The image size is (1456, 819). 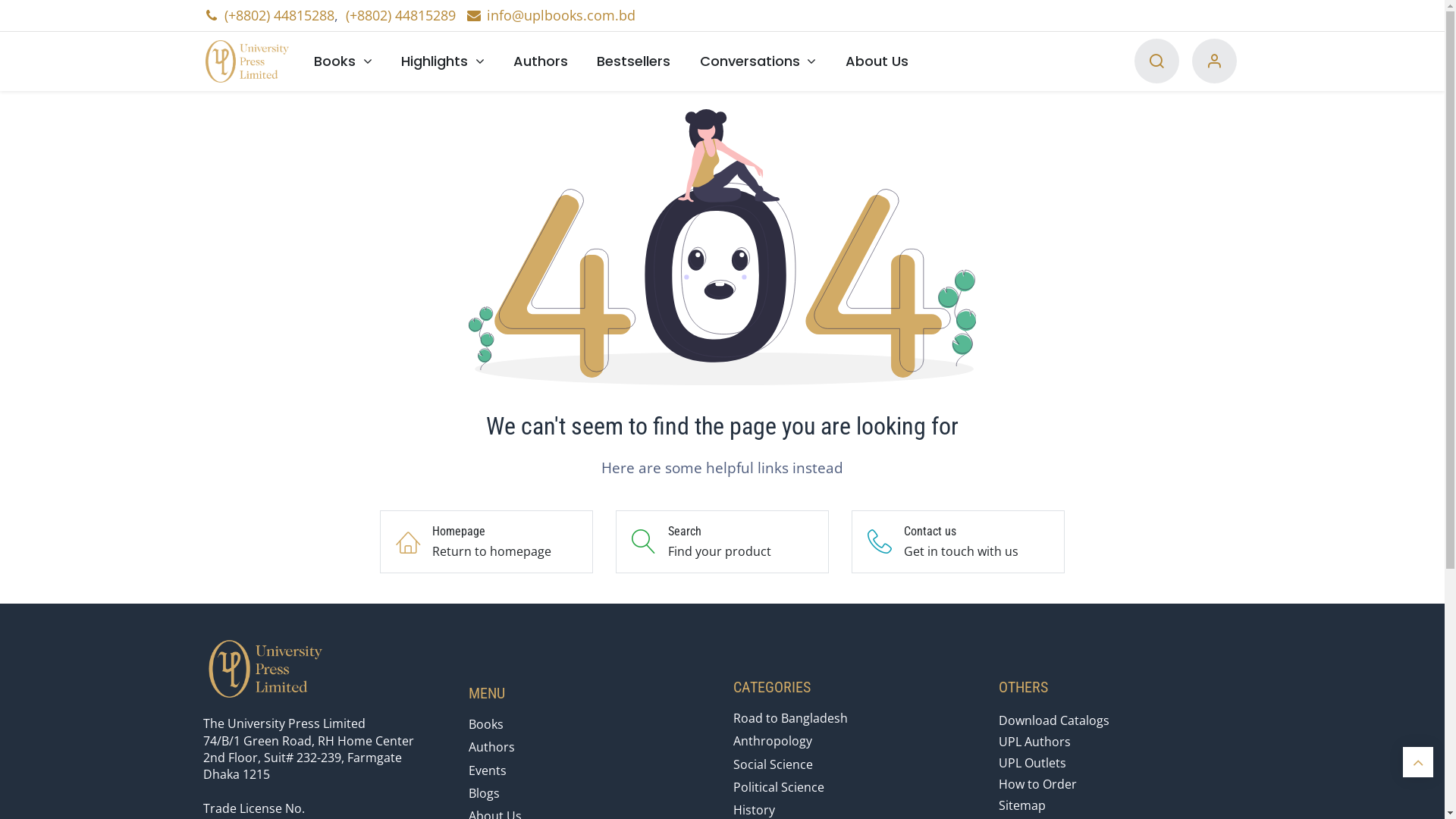 What do you see at coordinates (721, 541) in the screenshot?
I see `'Search` at bounding box center [721, 541].